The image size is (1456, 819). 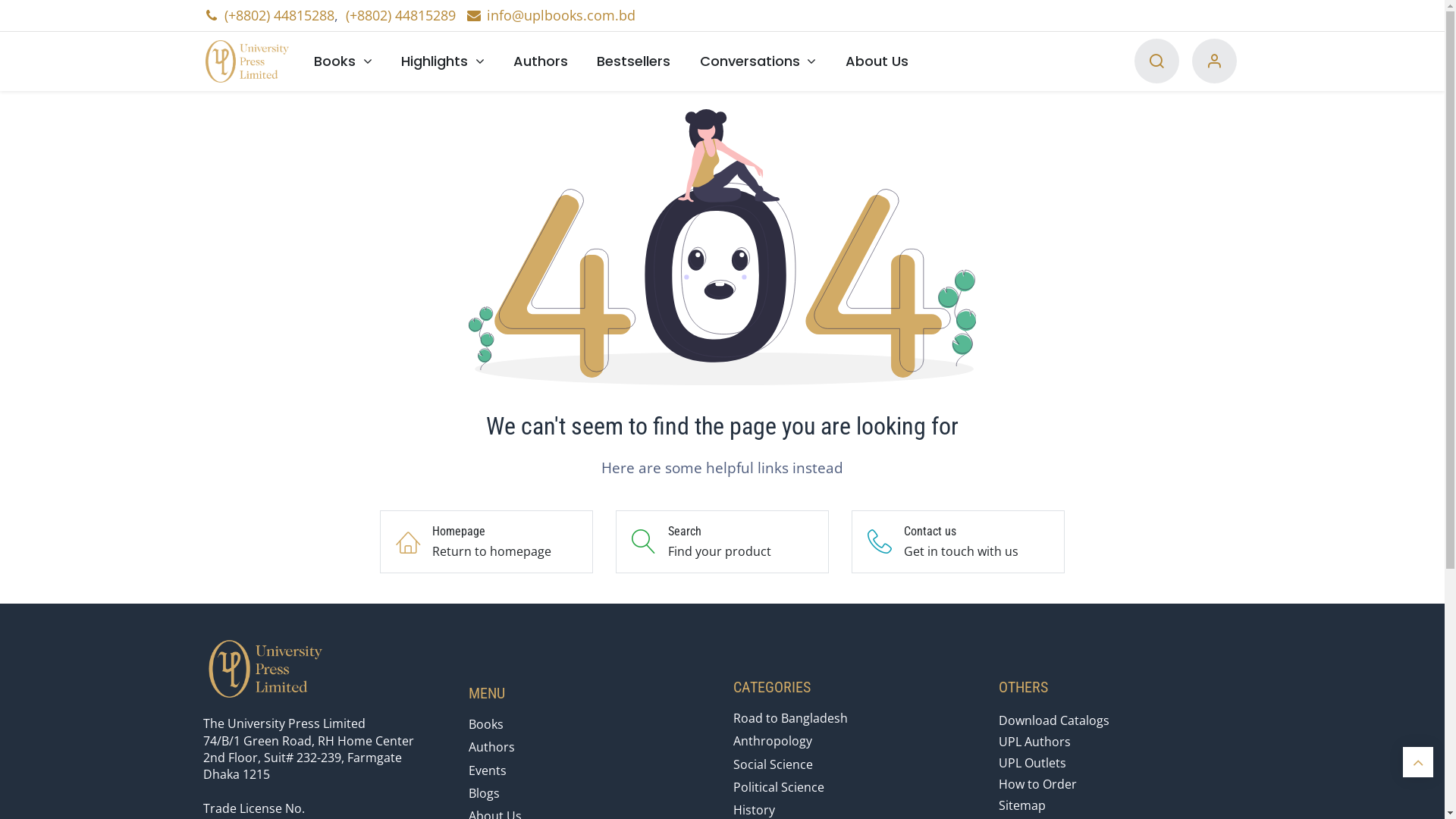 What do you see at coordinates (721, 541) in the screenshot?
I see `'Search` at bounding box center [721, 541].